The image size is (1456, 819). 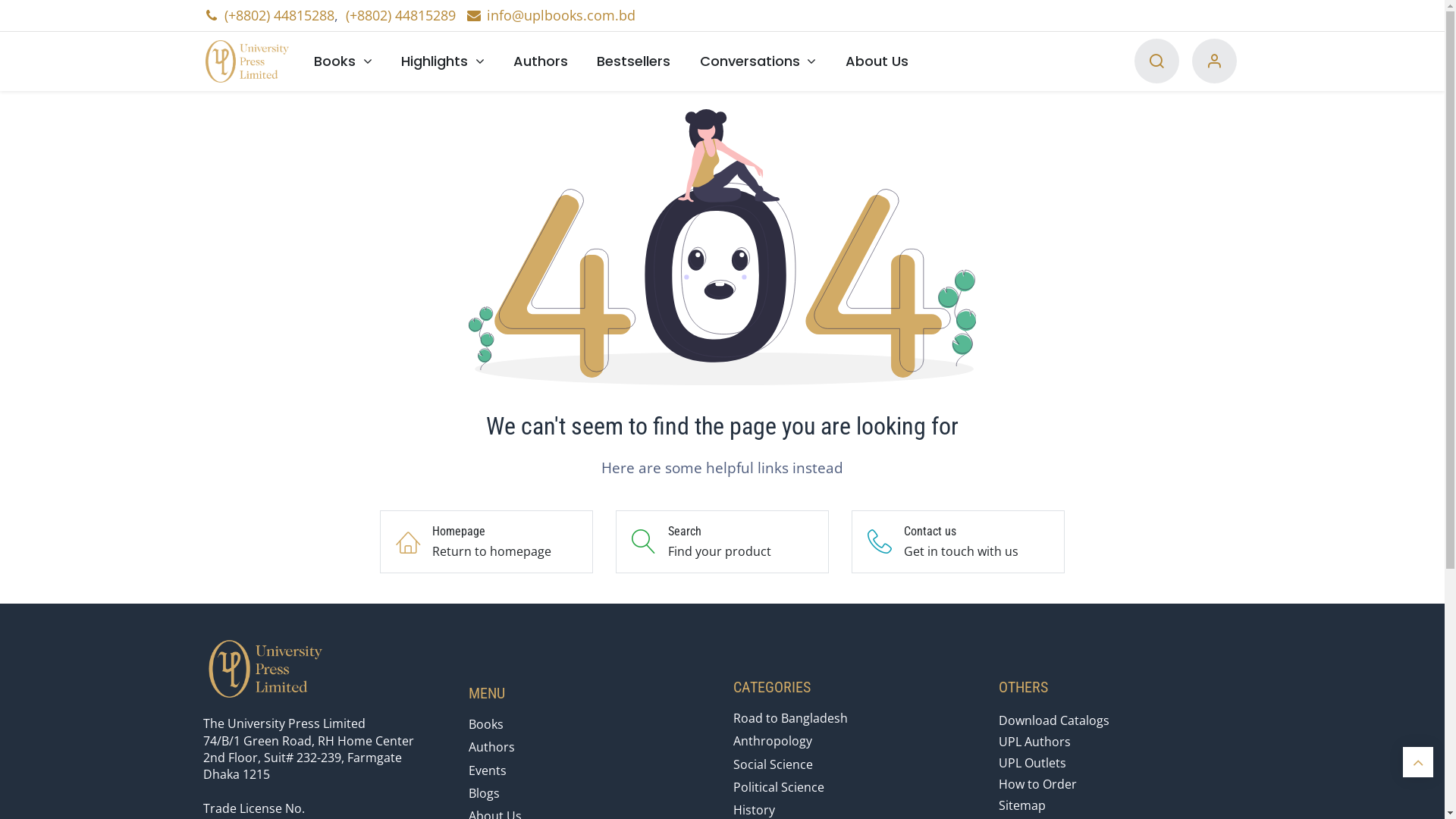 What do you see at coordinates (721, 541) in the screenshot?
I see `'Search` at bounding box center [721, 541].